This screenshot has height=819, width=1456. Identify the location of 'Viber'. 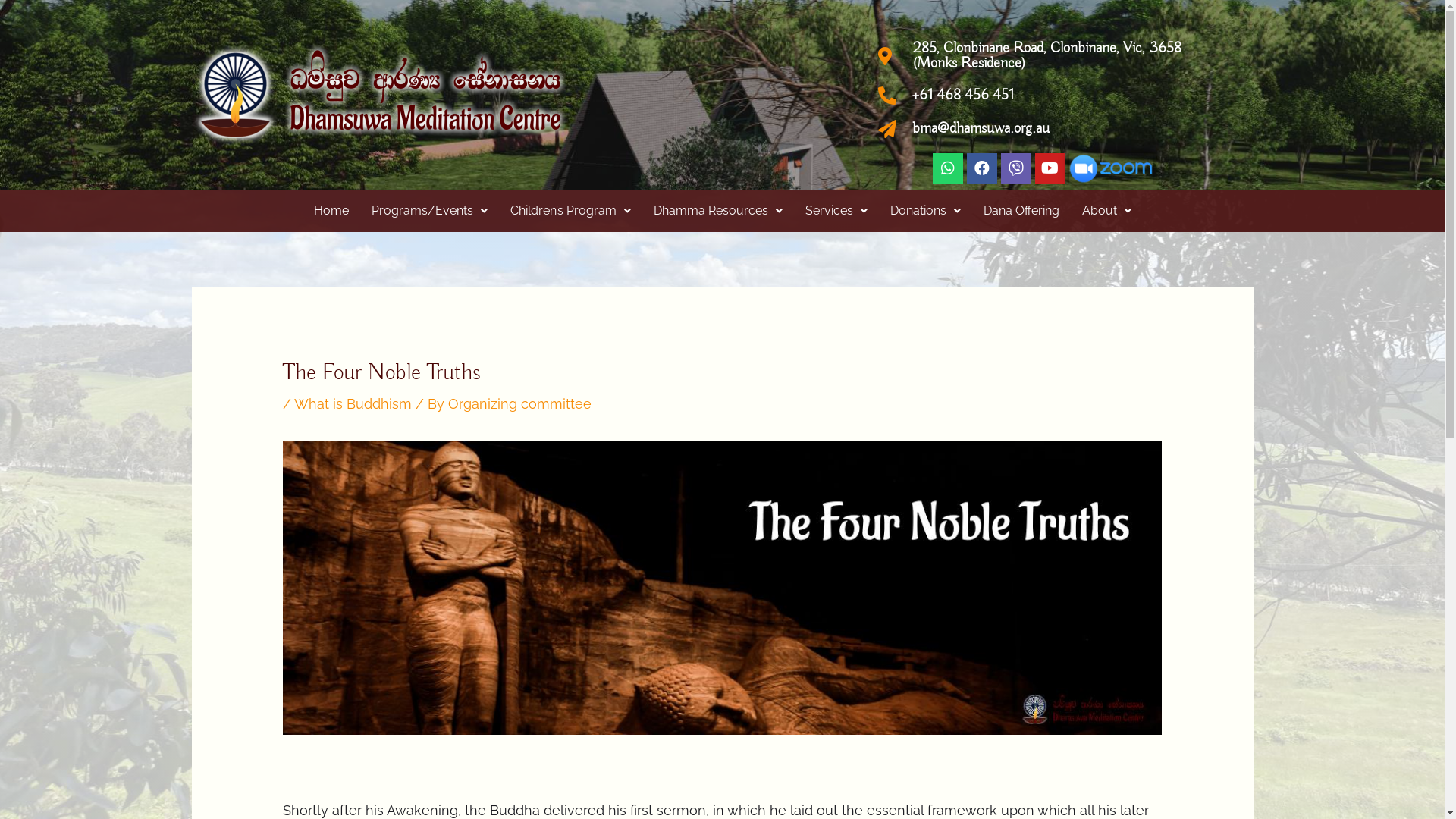
(1001, 168).